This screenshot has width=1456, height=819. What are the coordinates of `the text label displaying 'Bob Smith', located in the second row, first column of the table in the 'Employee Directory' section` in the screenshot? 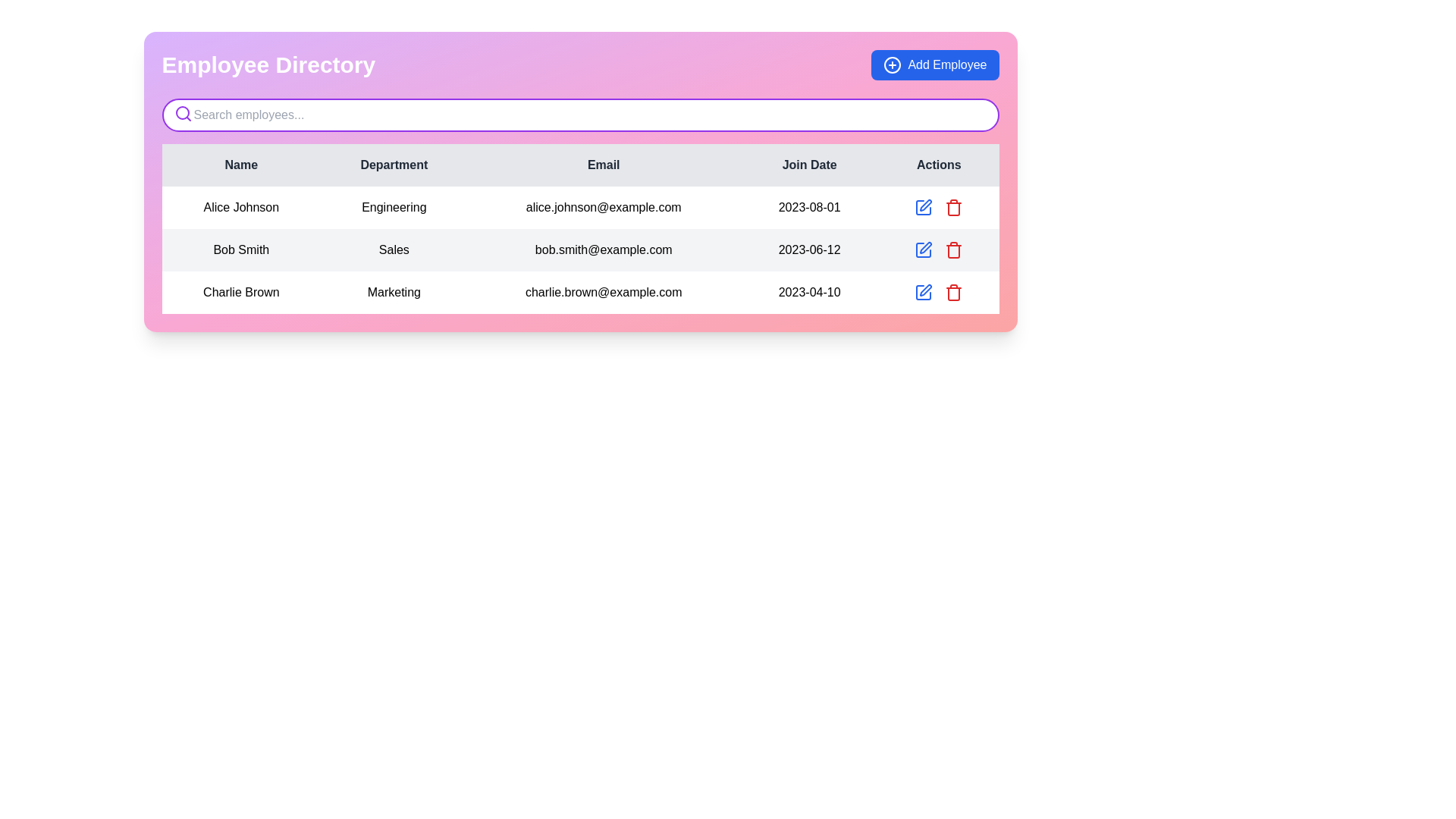 It's located at (240, 249).